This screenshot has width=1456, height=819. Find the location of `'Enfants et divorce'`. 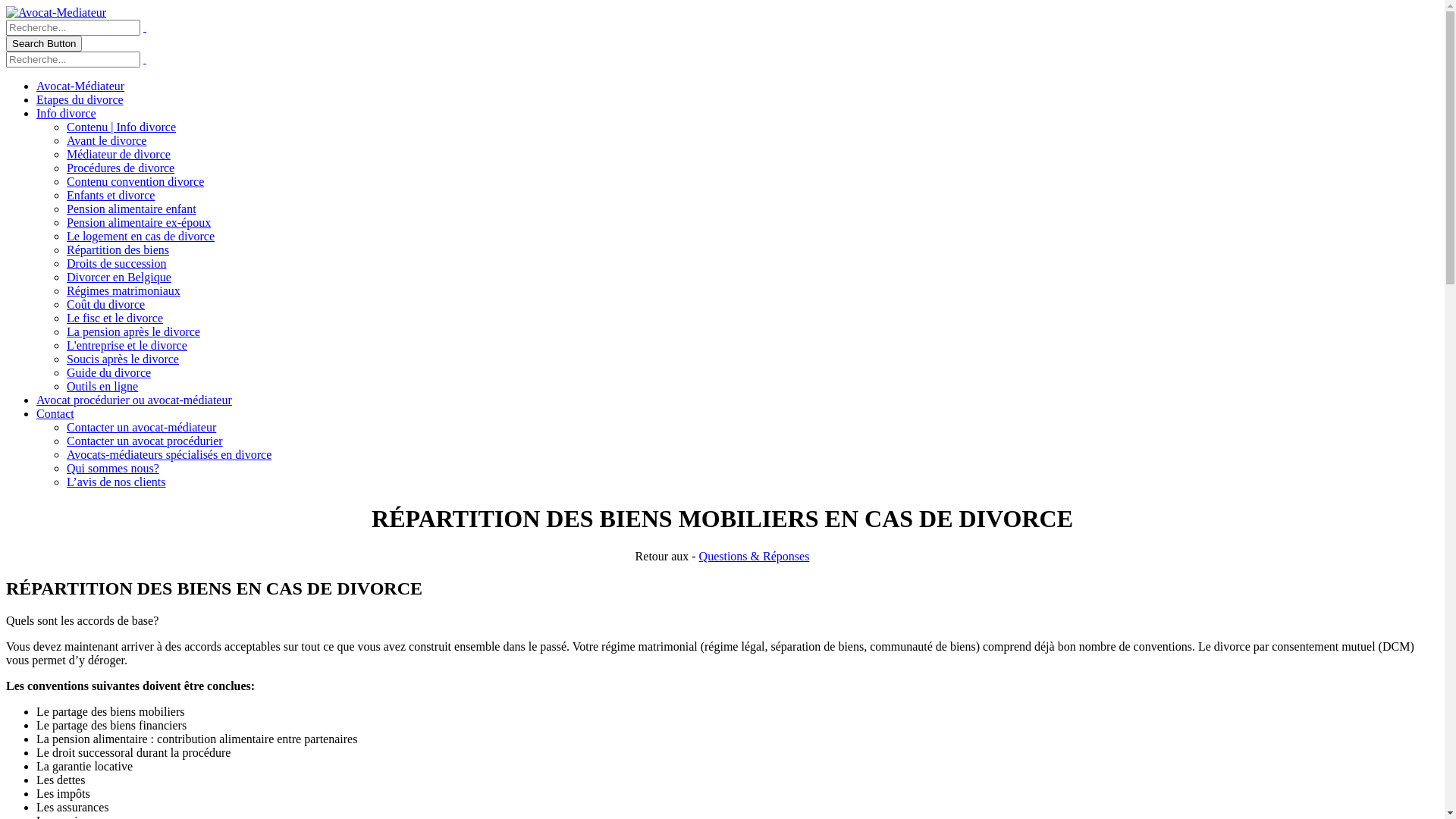

'Enfants et divorce' is located at coordinates (109, 194).